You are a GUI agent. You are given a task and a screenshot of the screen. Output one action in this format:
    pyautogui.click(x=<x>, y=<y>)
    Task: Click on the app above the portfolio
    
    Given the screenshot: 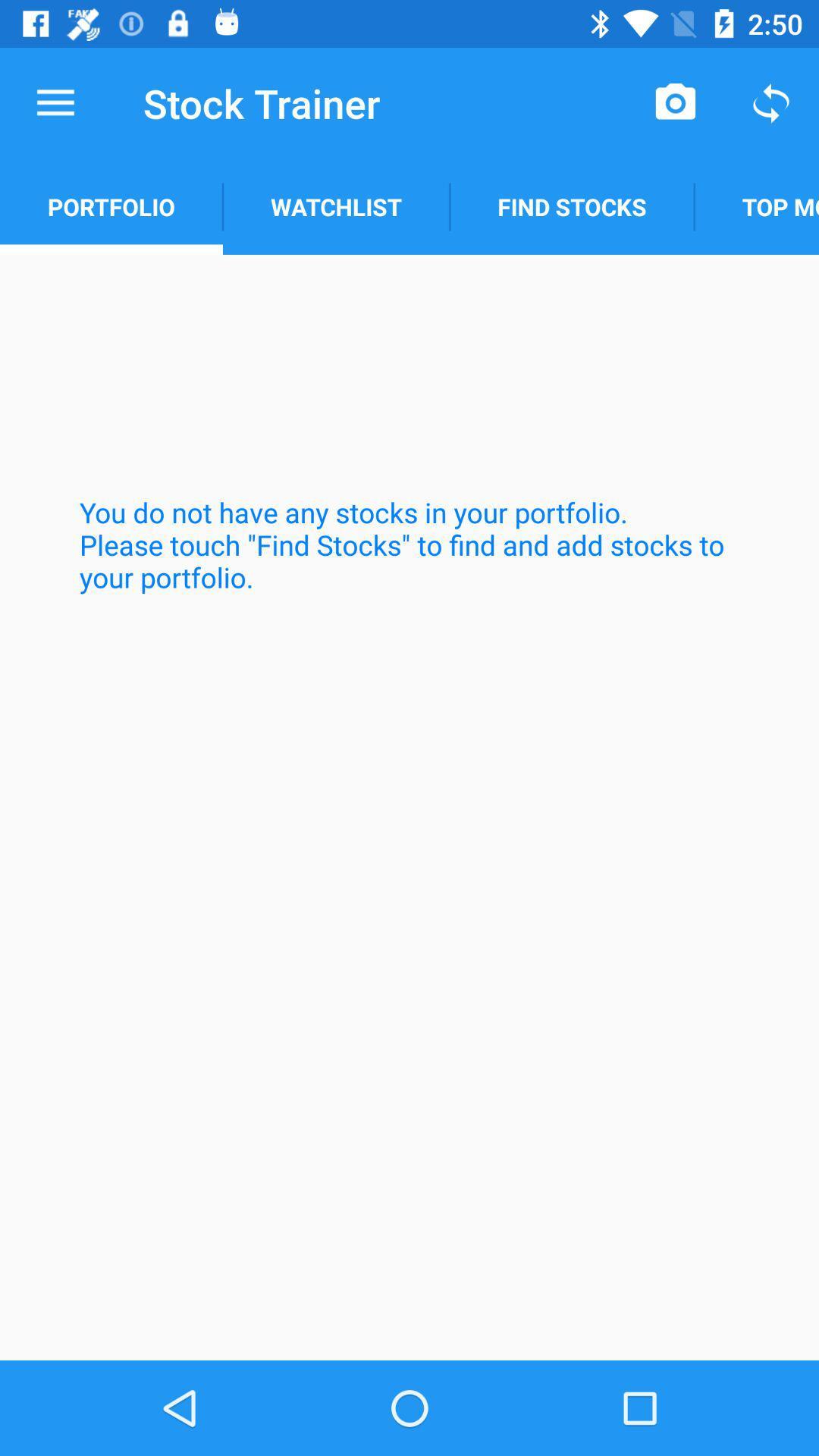 What is the action you would take?
    pyautogui.click(x=55, y=102)
    